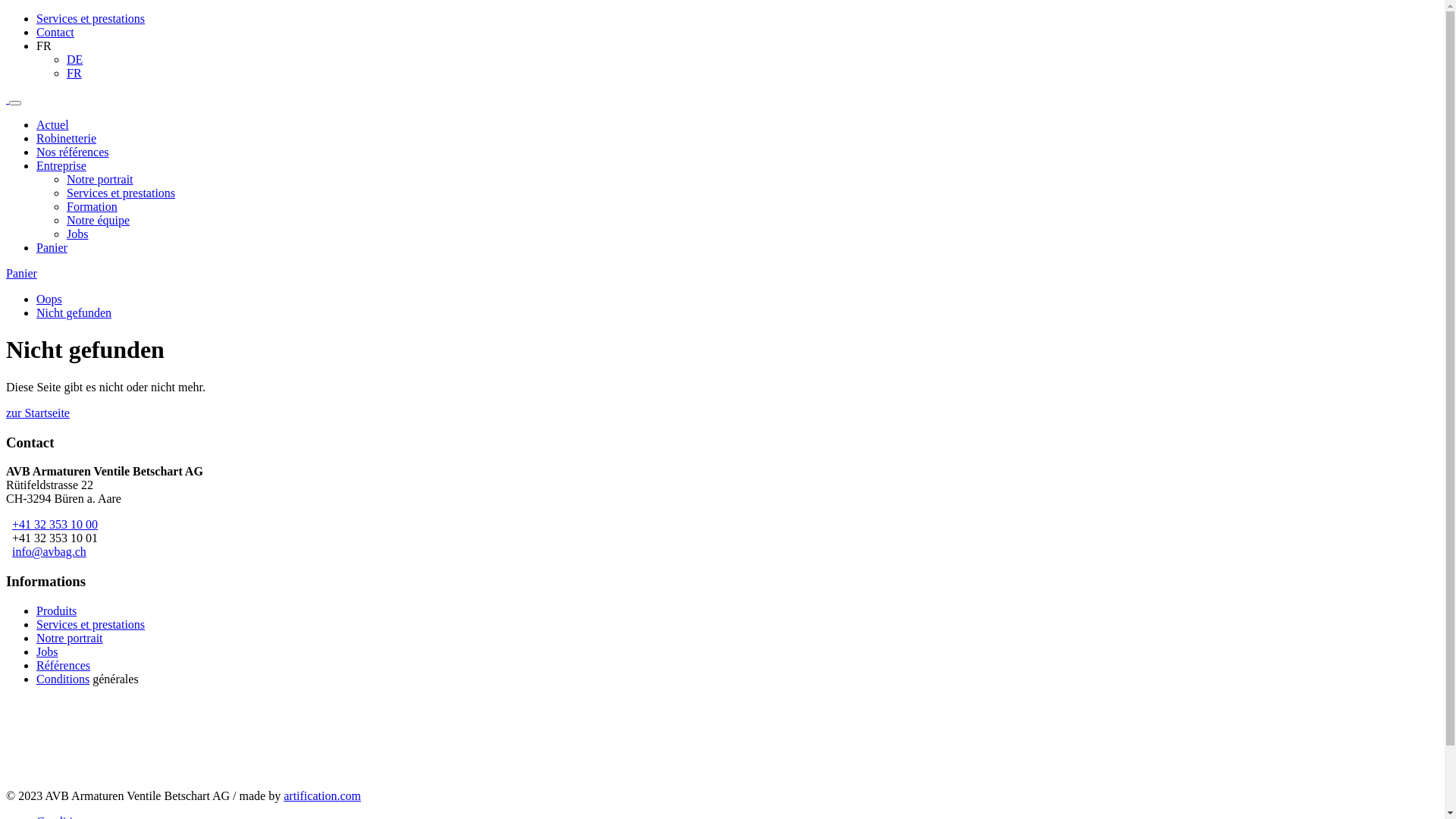 This screenshot has width=1456, height=819. I want to click on 'Robinetterie', so click(65, 138).